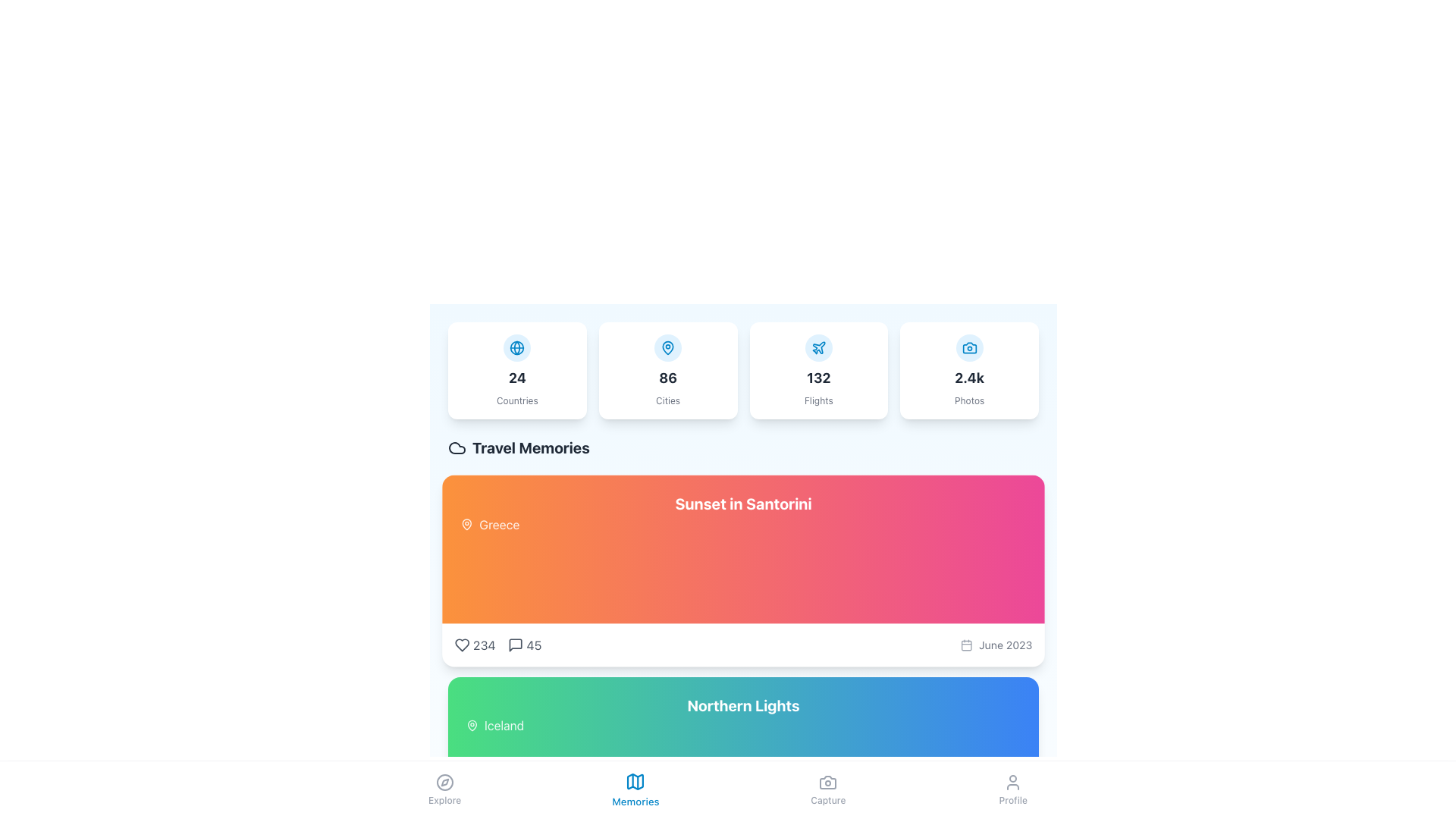  I want to click on the like button located below the 'Sunset in Santorini' card to indicate approval for the content, so click(473, 644).